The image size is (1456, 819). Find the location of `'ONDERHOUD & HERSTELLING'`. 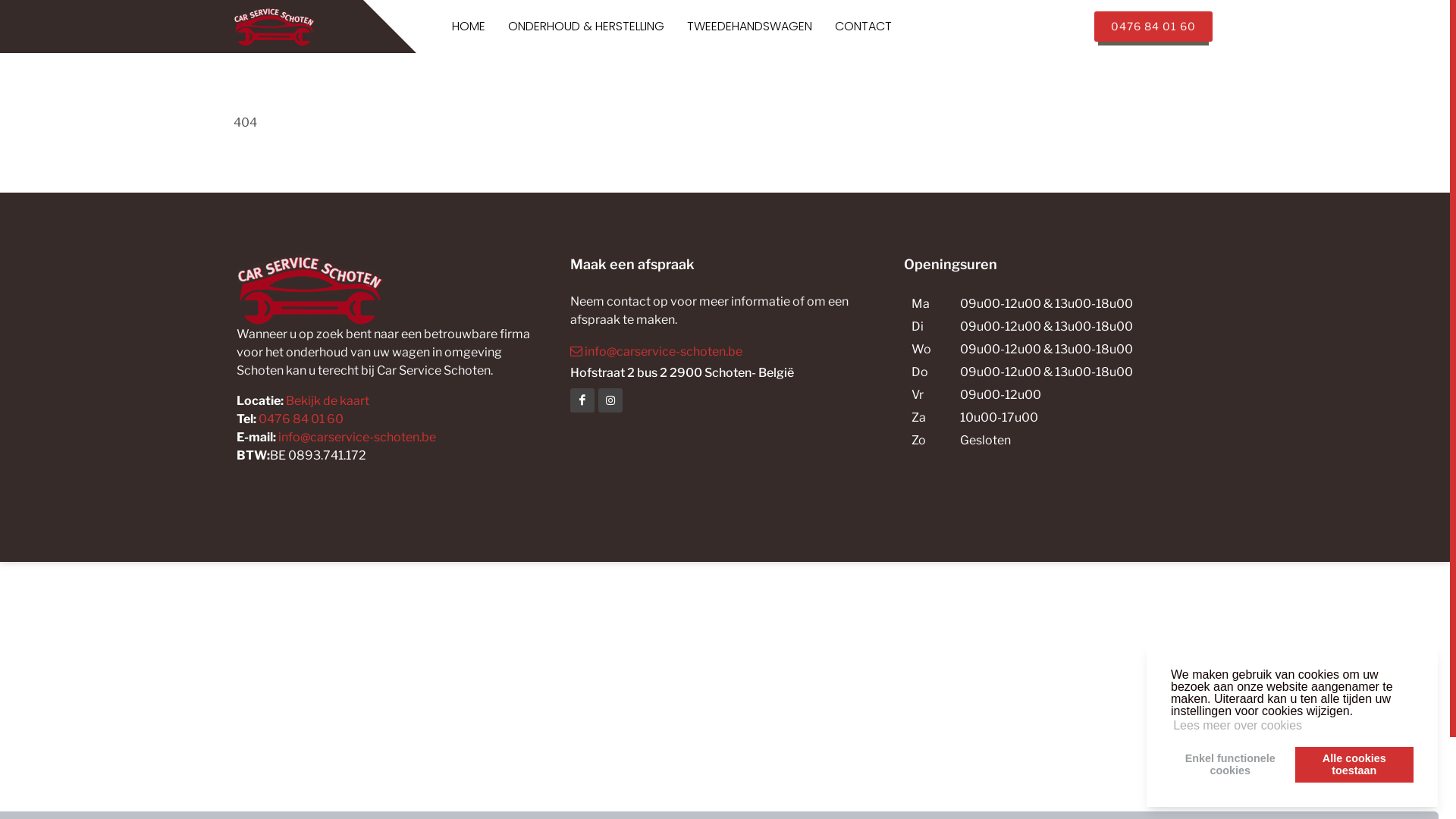

'ONDERHOUD & HERSTELLING' is located at coordinates (496, 26).